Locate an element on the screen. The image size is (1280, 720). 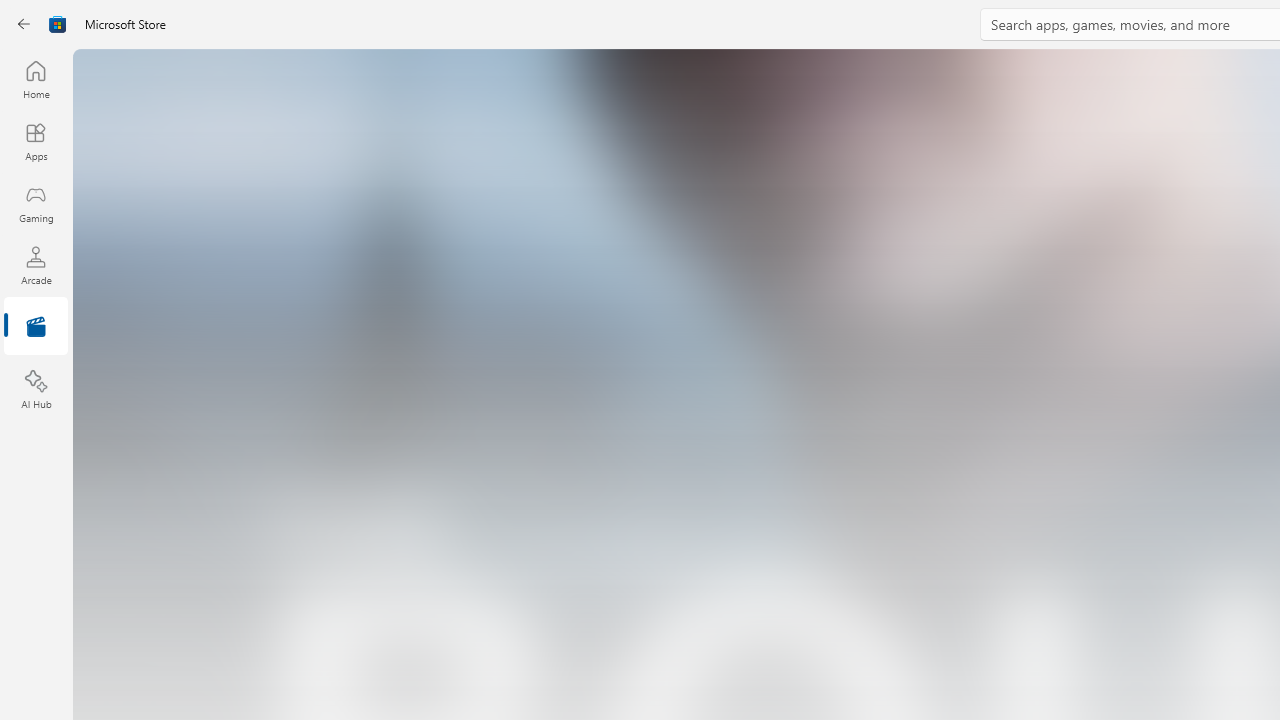
'Home' is located at coordinates (35, 78).